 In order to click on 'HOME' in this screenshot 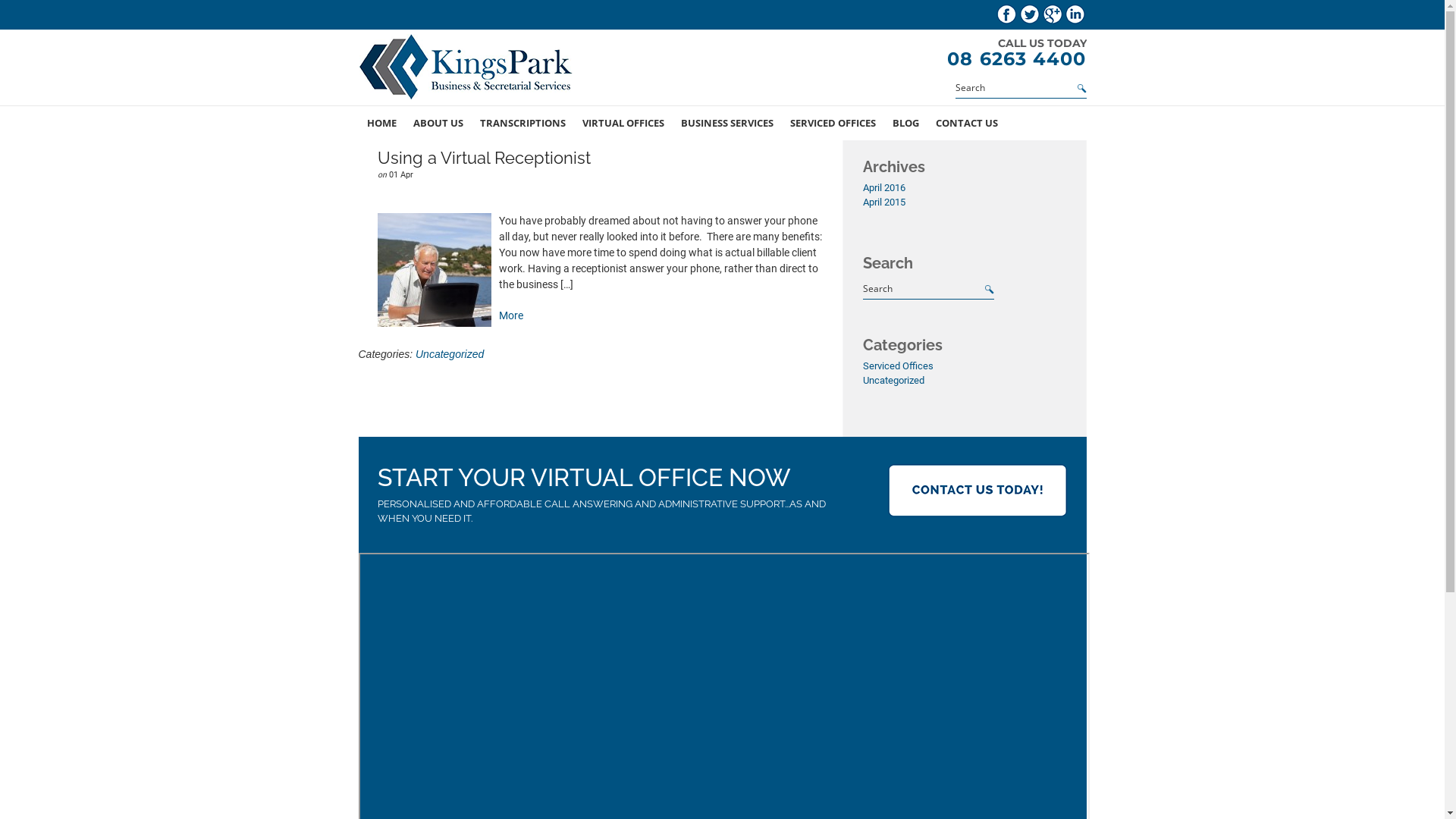, I will do `click(381, 122)`.